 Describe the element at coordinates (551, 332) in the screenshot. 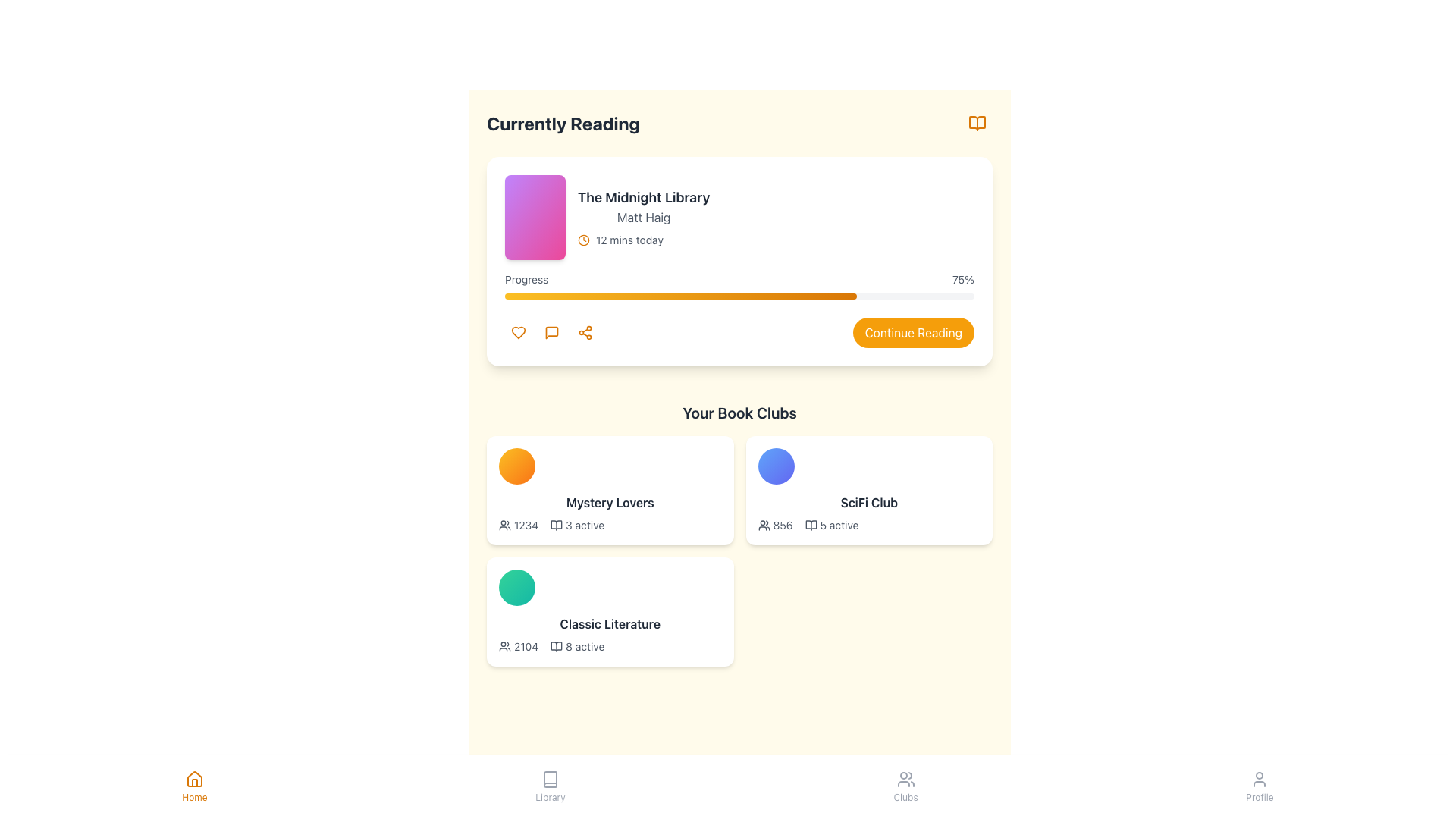

I see `the second button in the row of three interactive buttons under the book progress bar in the 'Currently Reading' section to activate the visual feedback effect` at that location.